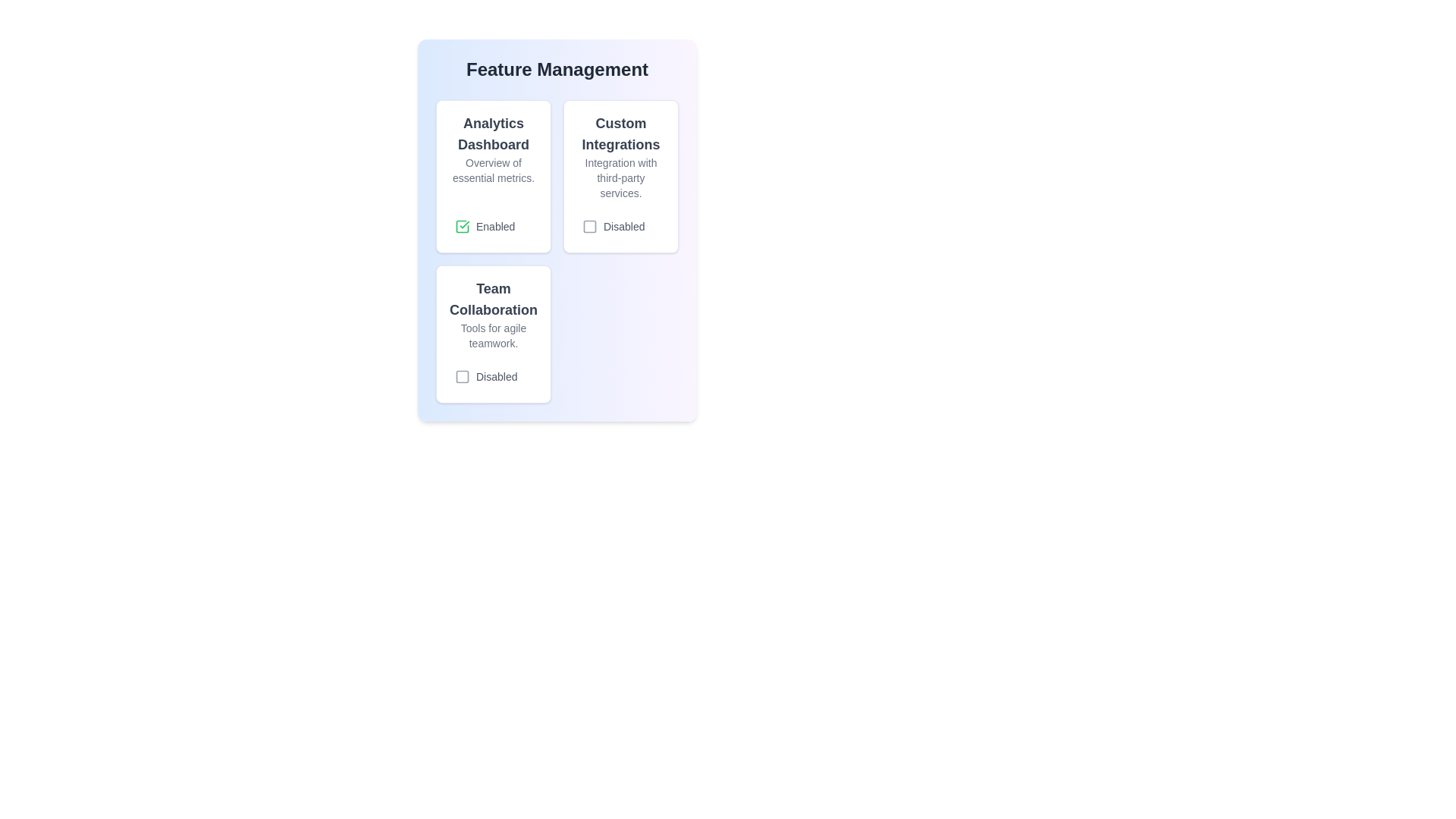 This screenshot has height=819, width=1456. Describe the element at coordinates (621, 133) in the screenshot. I see `the bold text label 'Custom Integrations' located at the top of the second card in the 'Feature Management' section` at that location.